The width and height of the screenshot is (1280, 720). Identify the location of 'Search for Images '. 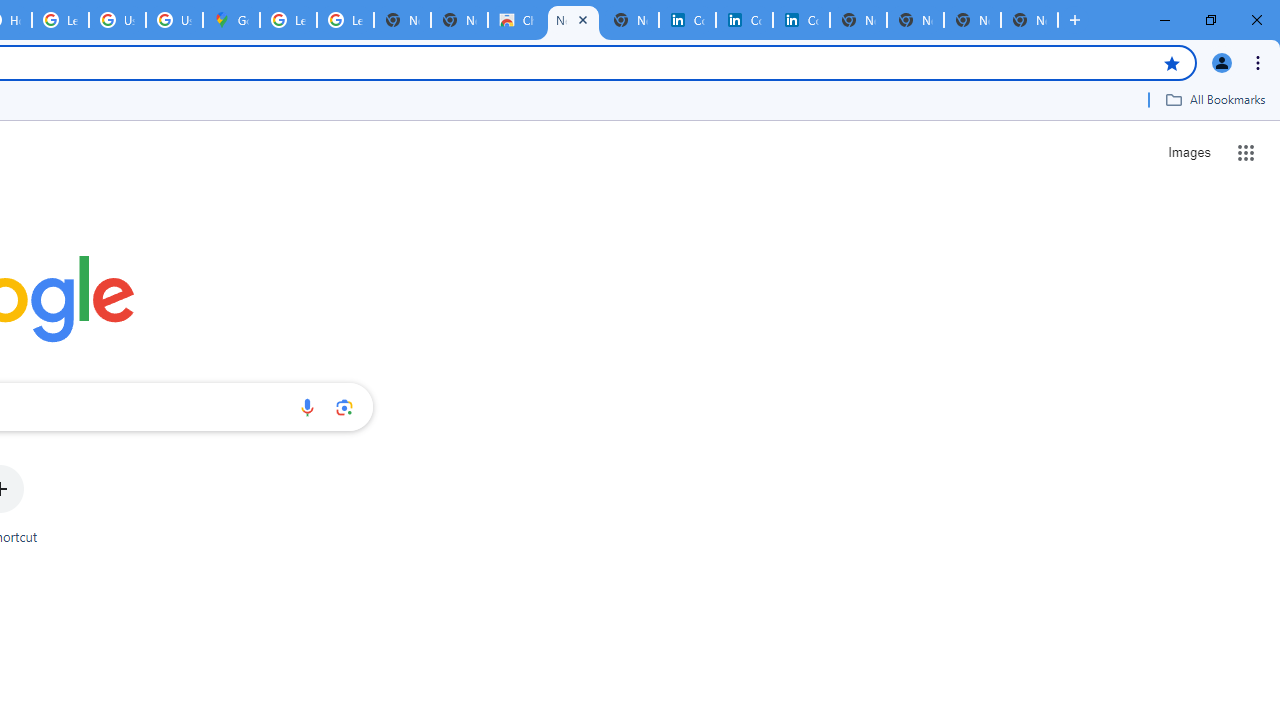
(1189, 152).